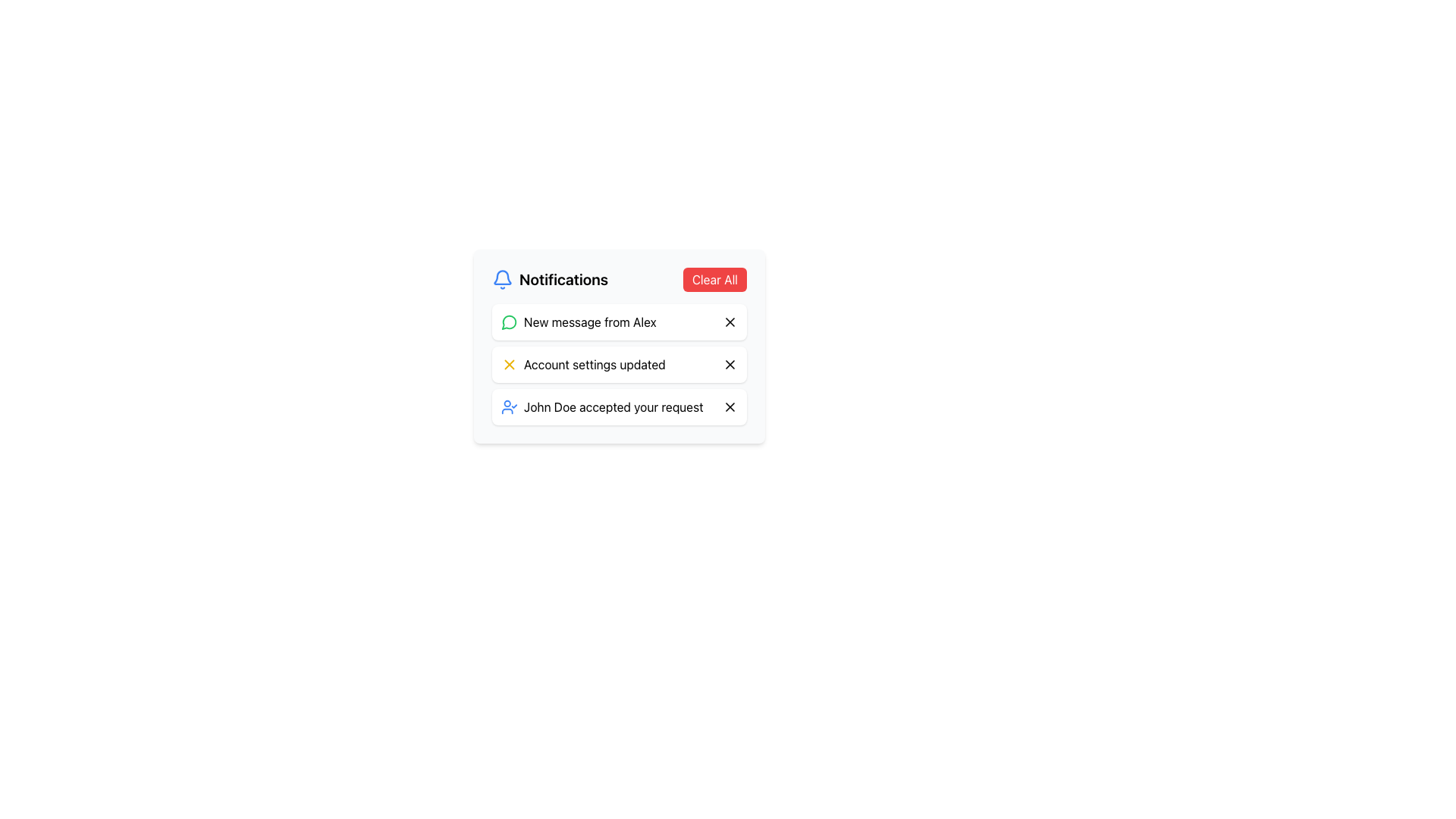  I want to click on the bright blue bell icon located to the left of the 'Notifications' text in the top-left corner of the notification panel, so click(502, 280).